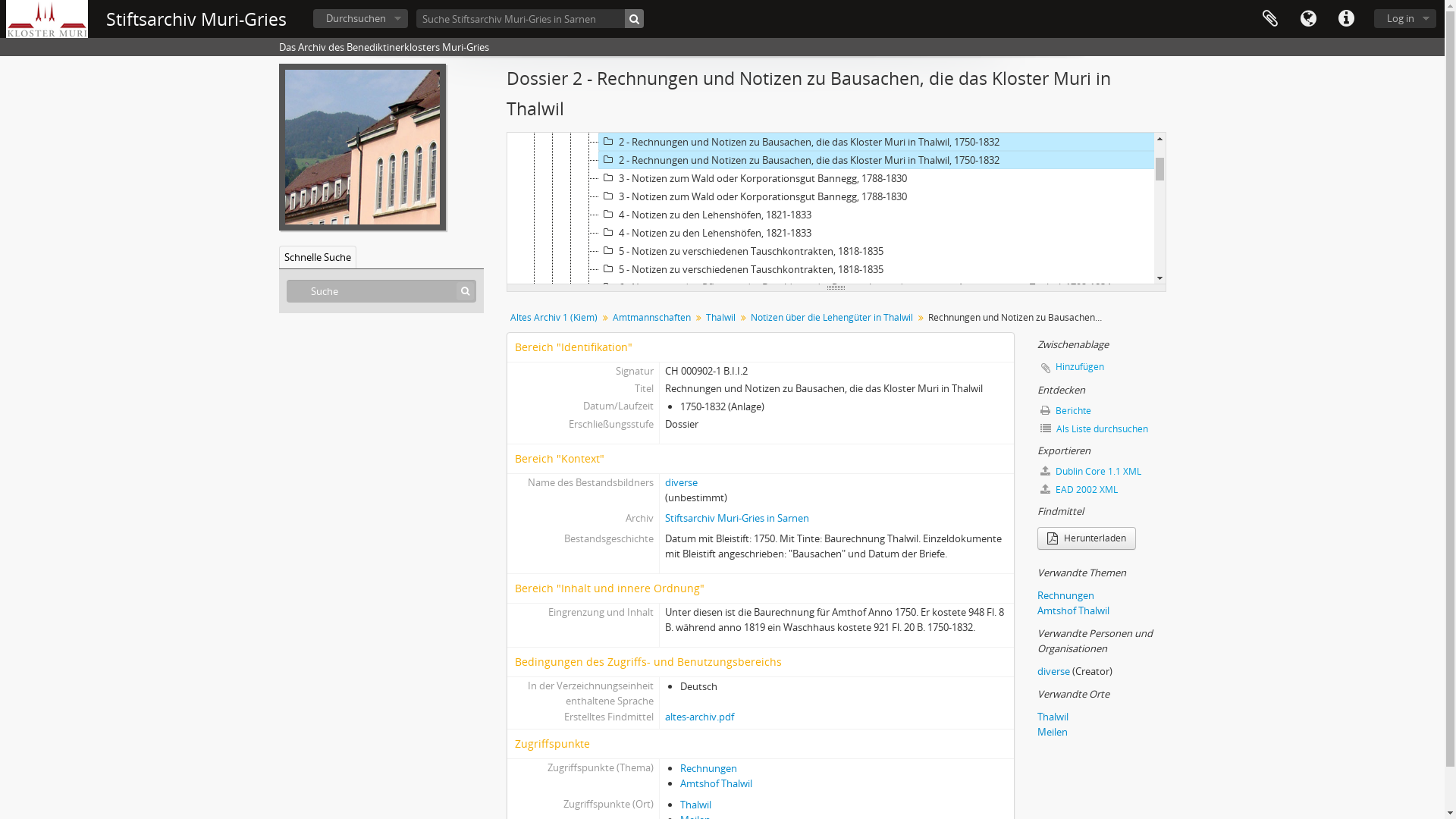 Image resolution: width=1456 pixels, height=819 pixels. Describe the element at coordinates (1307, 18) in the screenshot. I see `'Sprache'` at that location.